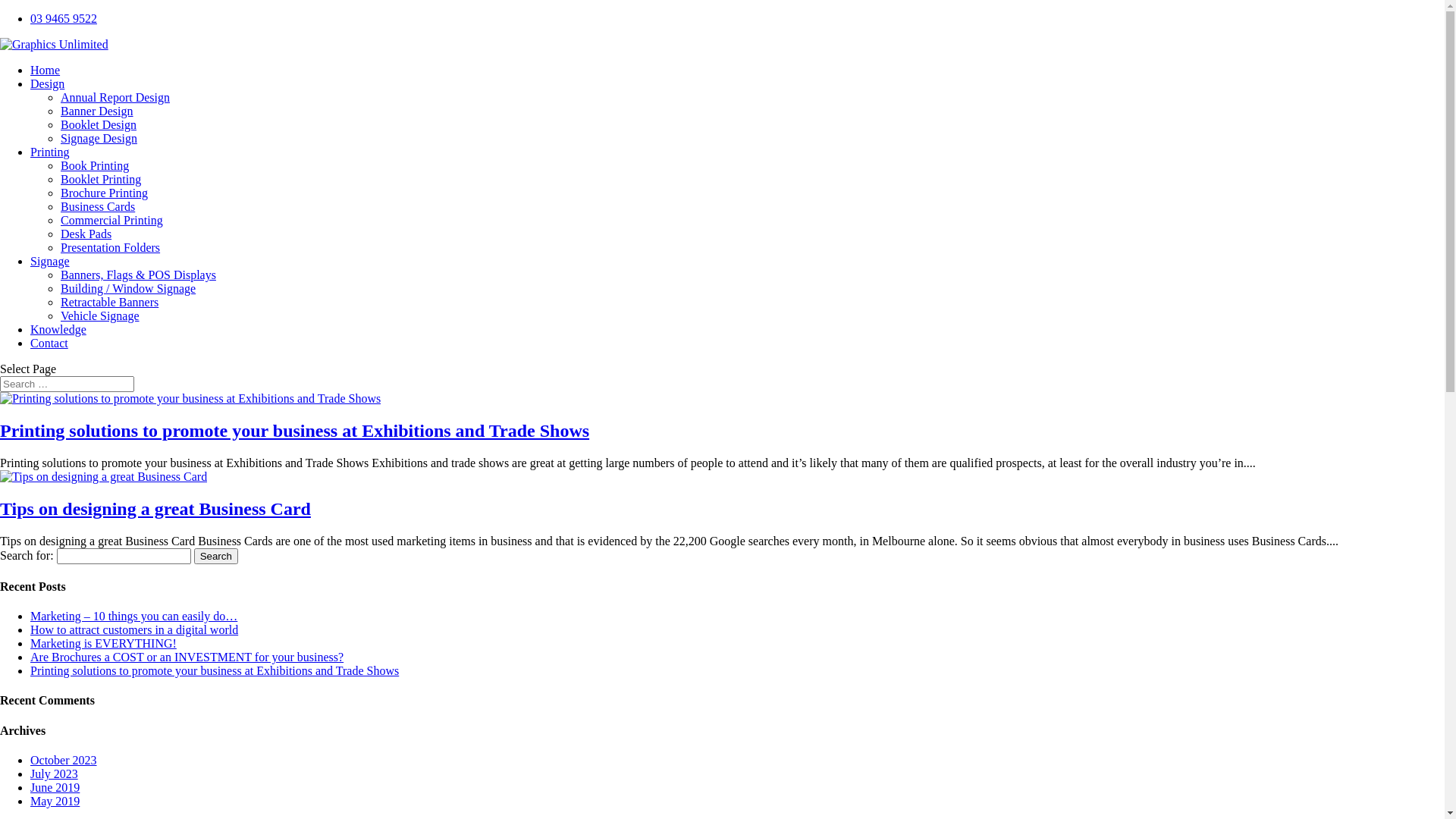  What do you see at coordinates (127, 288) in the screenshot?
I see `'Building / Window Signage'` at bounding box center [127, 288].